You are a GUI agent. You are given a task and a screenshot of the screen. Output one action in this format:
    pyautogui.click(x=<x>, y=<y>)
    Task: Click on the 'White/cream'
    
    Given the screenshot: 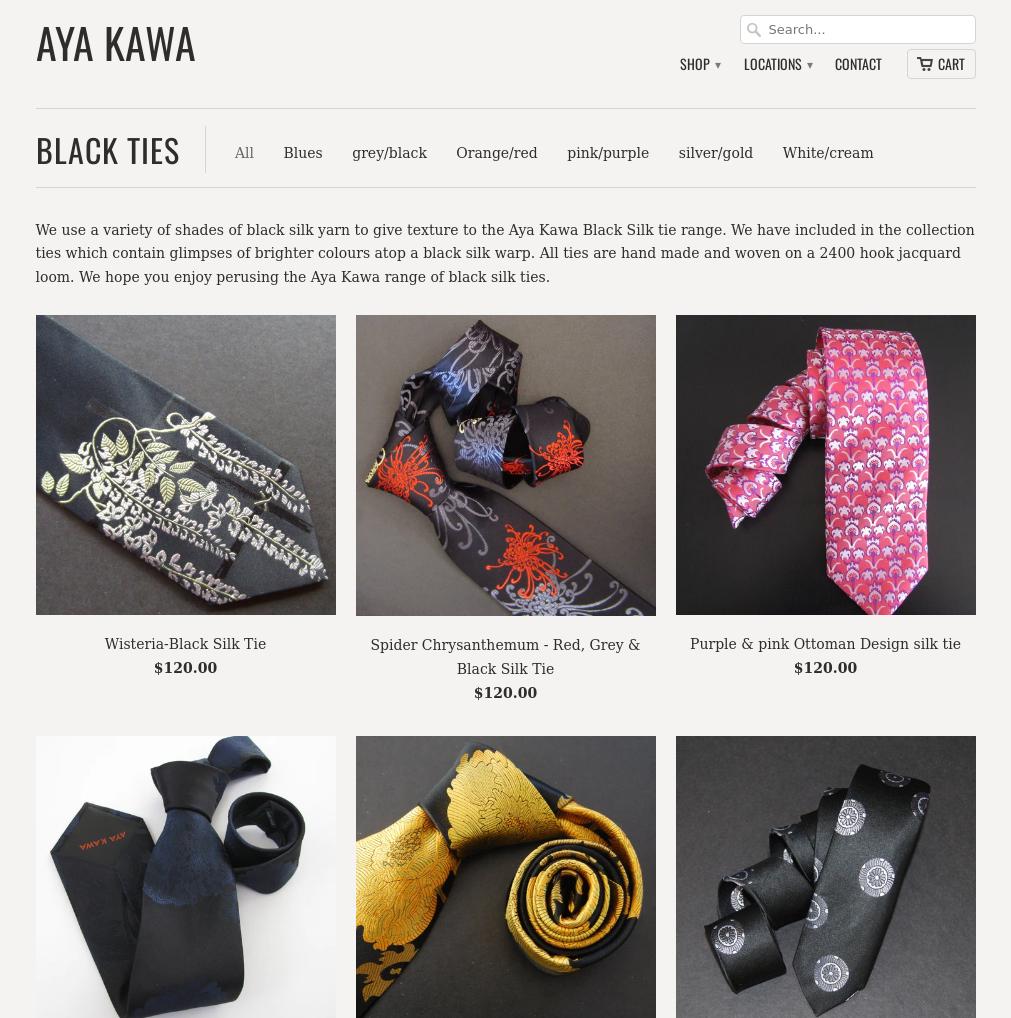 What is the action you would take?
    pyautogui.click(x=826, y=150)
    